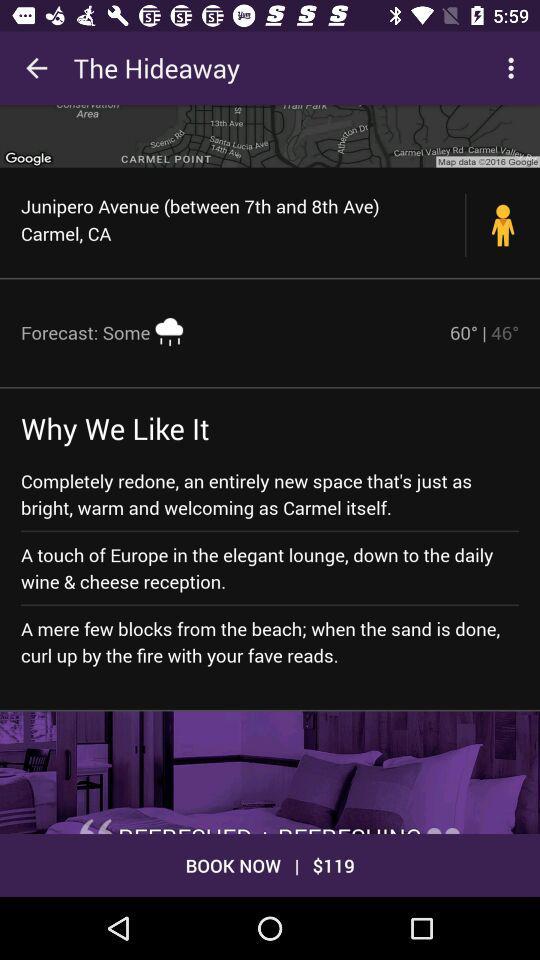 Image resolution: width=540 pixels, height=960 pixels. What do you see at coordinates (270, 493) in the screenshot?
I see `the item below the why we like icon` at bounding box center [270, 493].